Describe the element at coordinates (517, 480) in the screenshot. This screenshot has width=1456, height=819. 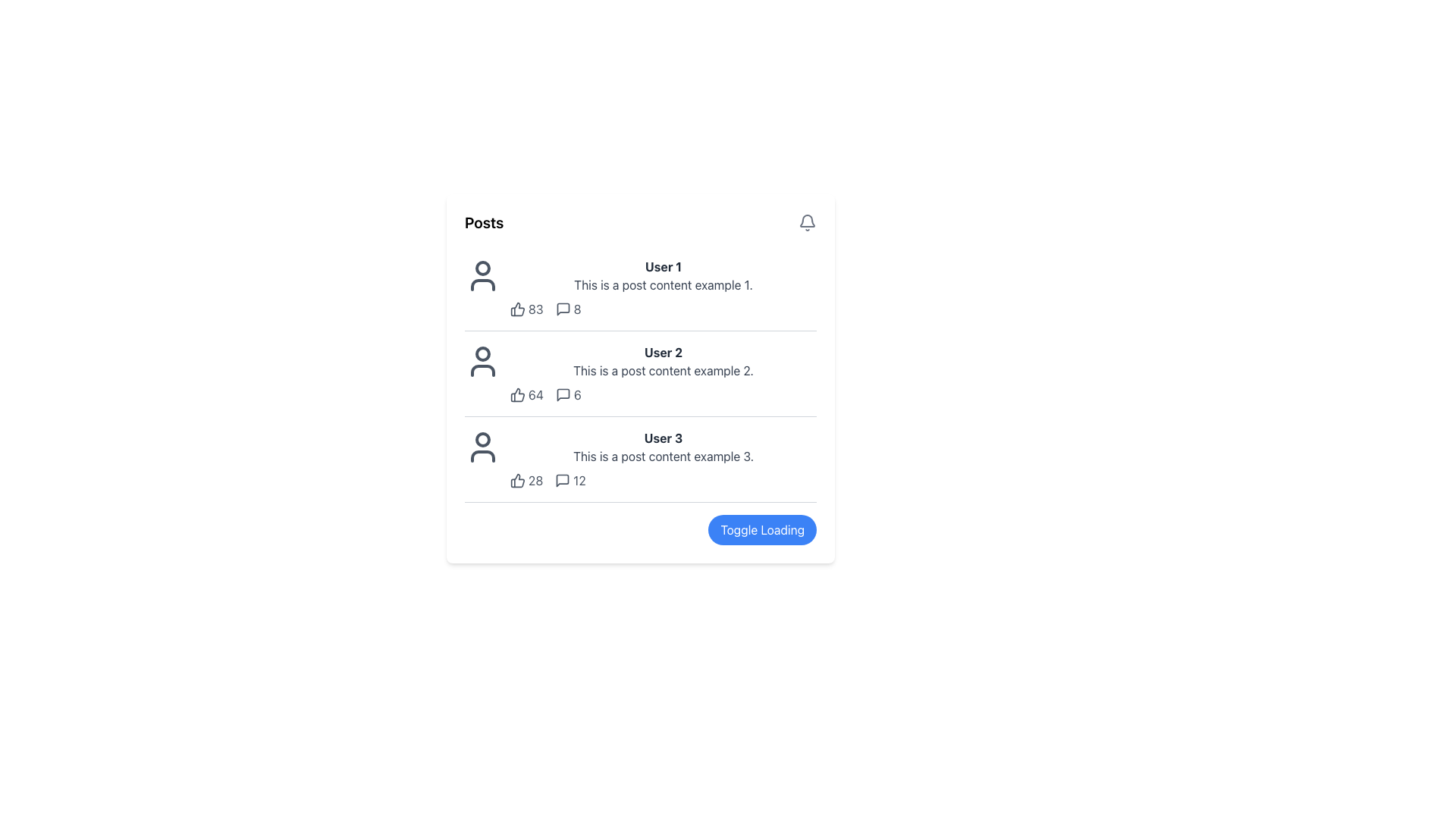
I see `the thumbs-up icon button located next to the likes count '28' for the post by 'User 3' to like the post` at that location.